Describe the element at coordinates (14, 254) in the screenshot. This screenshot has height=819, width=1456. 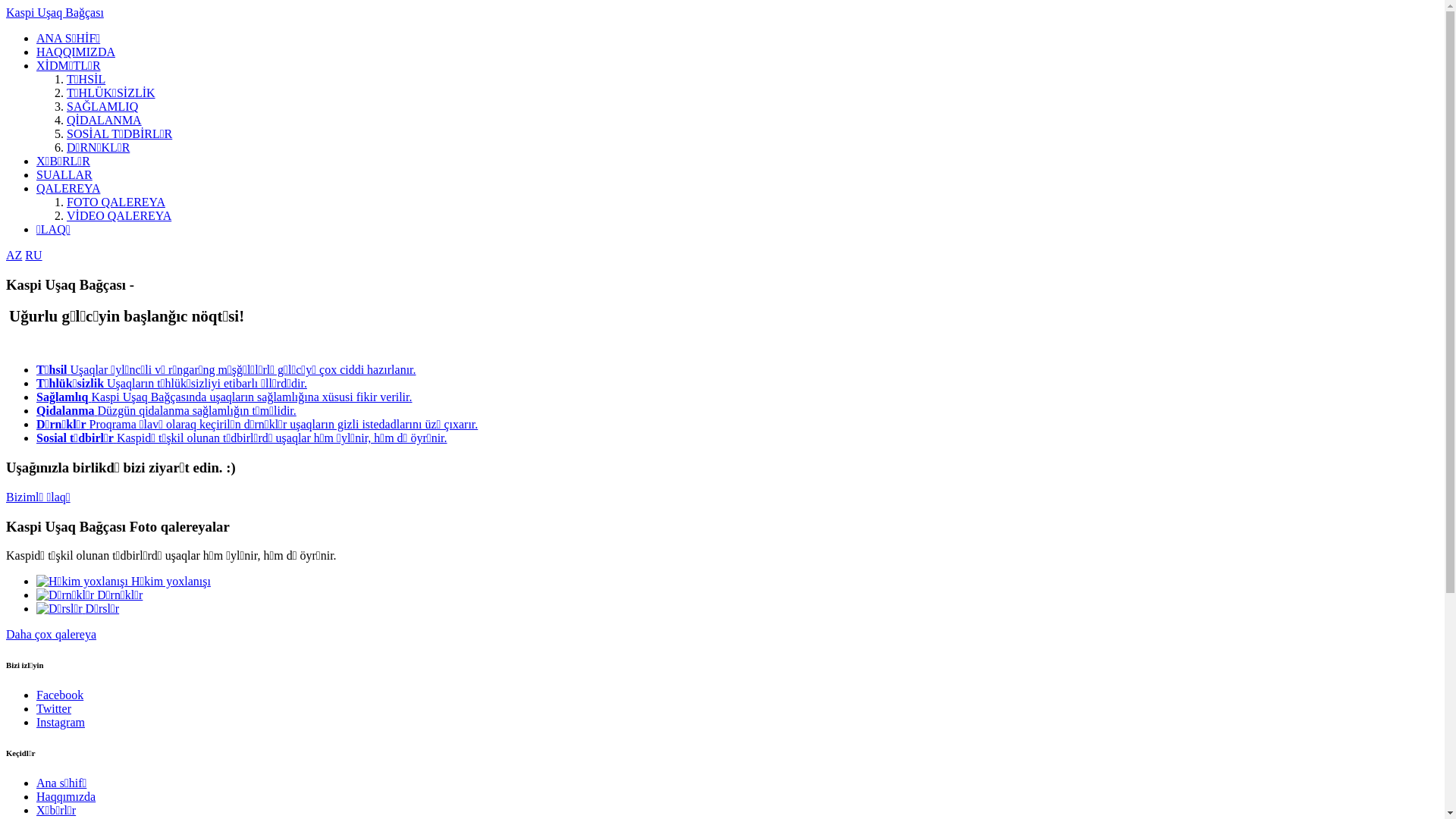
I see `'AZ'` at that location.